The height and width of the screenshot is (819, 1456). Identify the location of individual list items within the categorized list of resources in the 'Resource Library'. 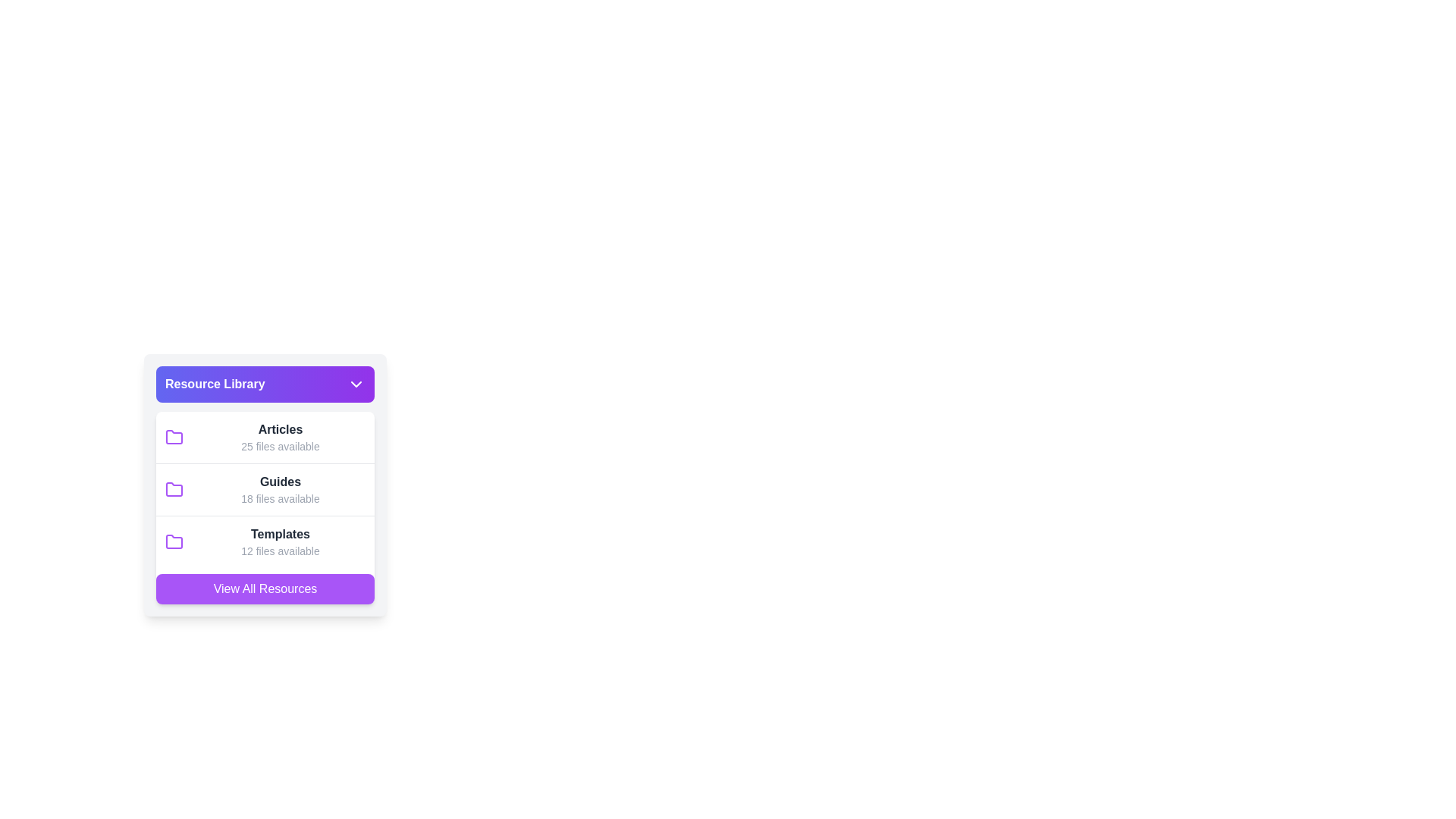
(265, 508).